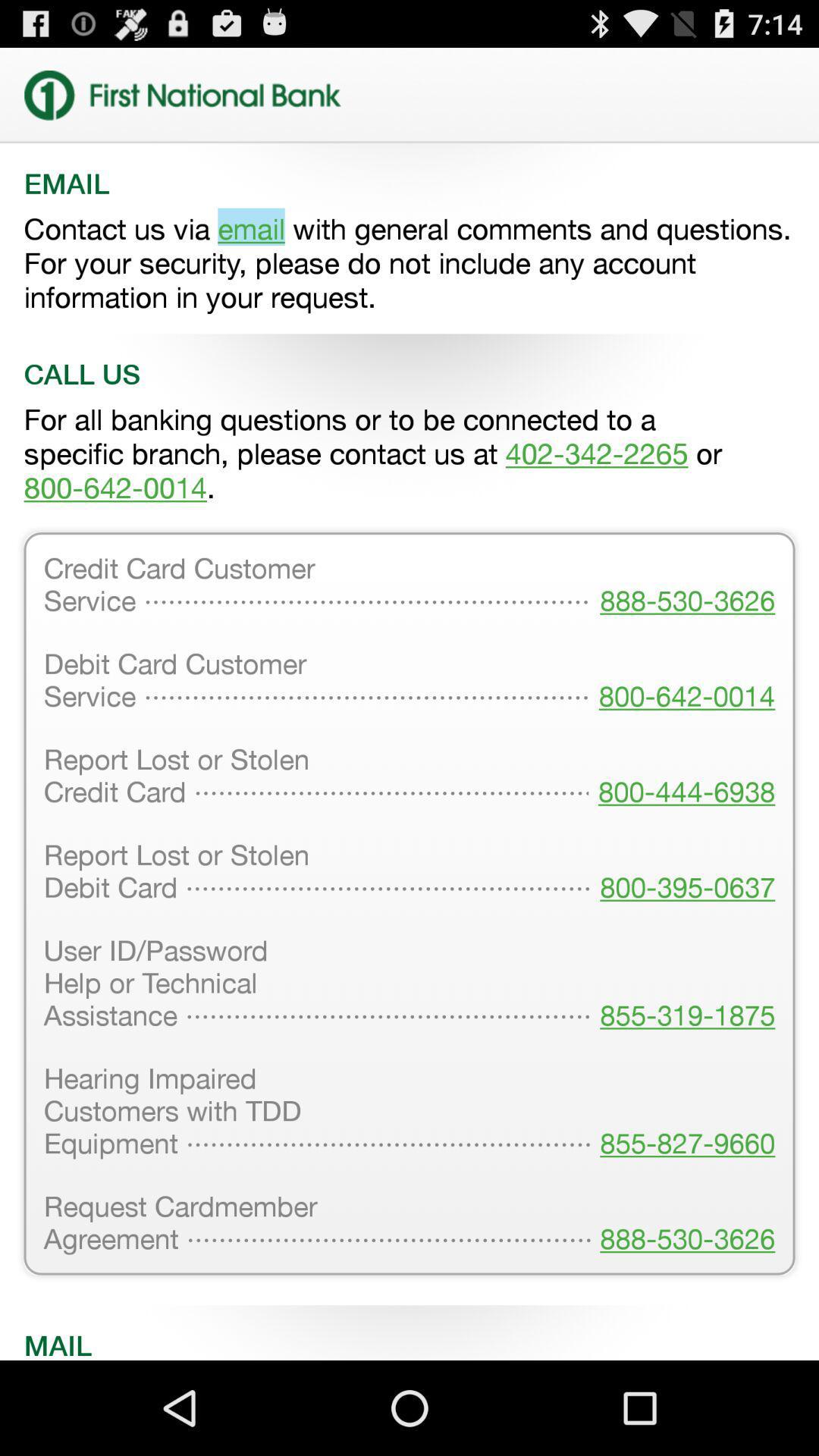 The image size is (819, 1456). What do you see at coordinates (682, 984) in the screenshot?
I see `855-319-1875` at bounding box center [682, 984].